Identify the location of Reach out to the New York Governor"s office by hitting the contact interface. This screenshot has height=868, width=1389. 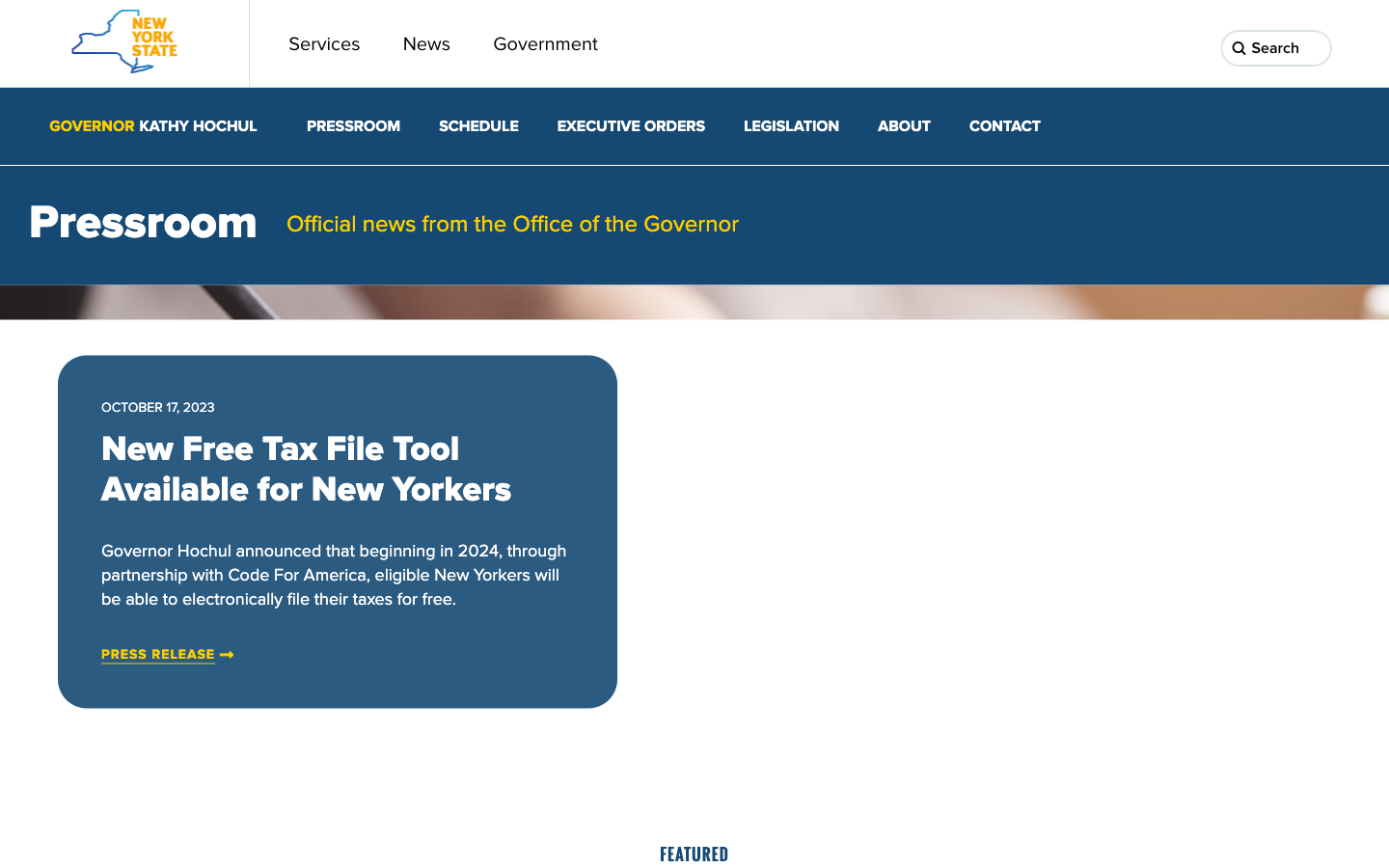
(1004, 126).